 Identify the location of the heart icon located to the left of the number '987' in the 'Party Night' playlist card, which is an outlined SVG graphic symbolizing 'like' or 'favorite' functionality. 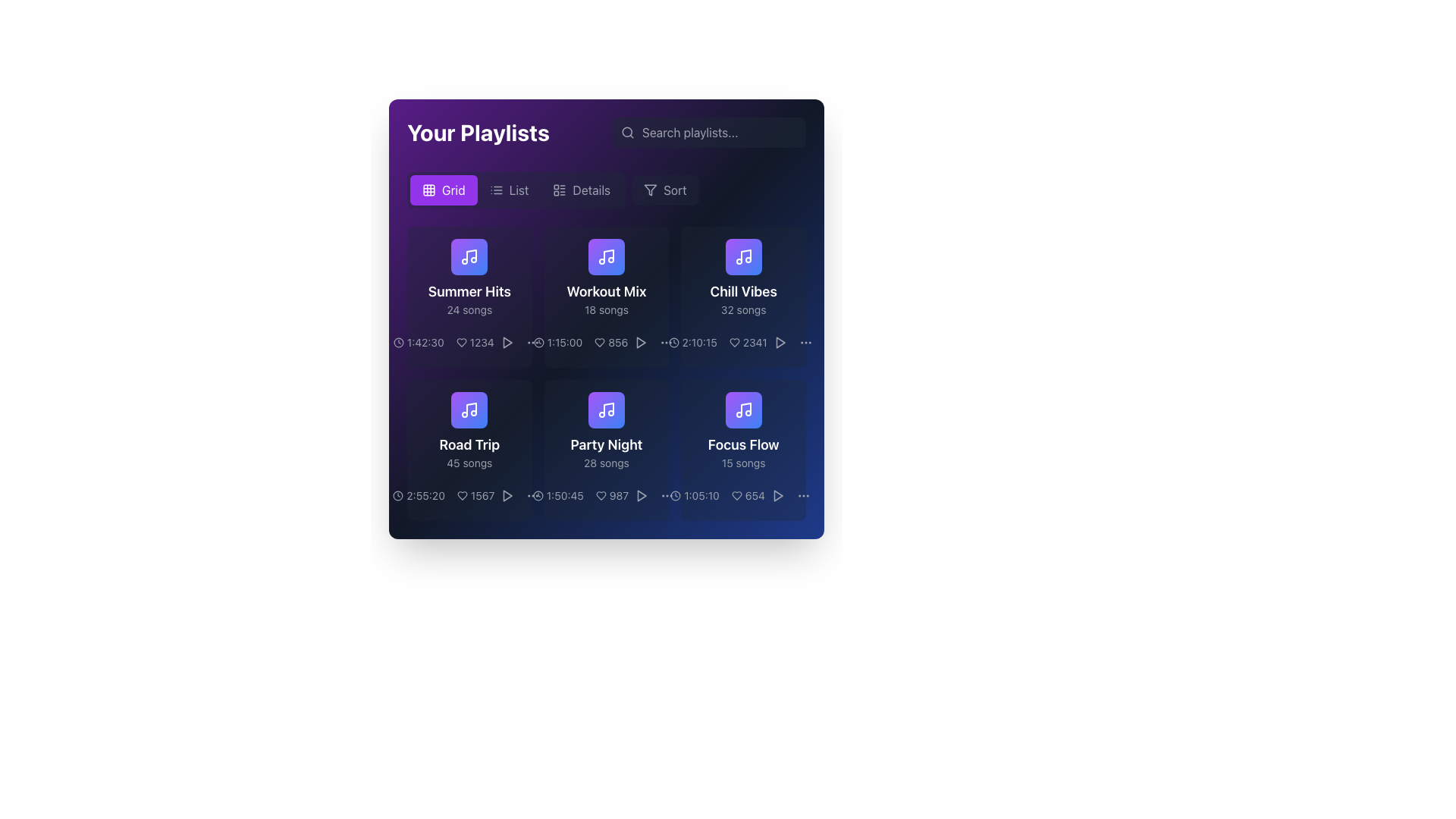
(600, 496).